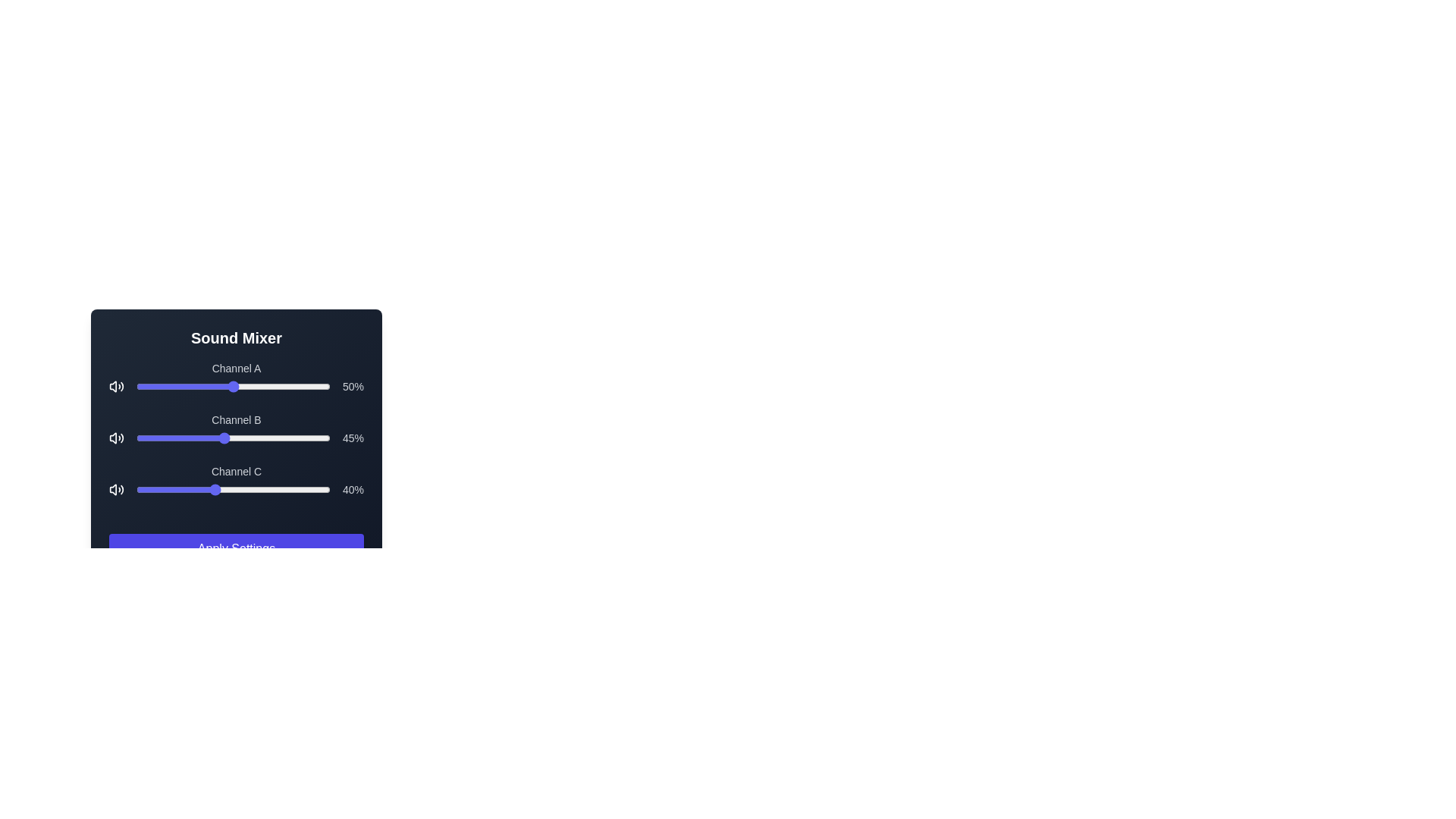  I want to click on the Channel B volume, so click(153, 438).